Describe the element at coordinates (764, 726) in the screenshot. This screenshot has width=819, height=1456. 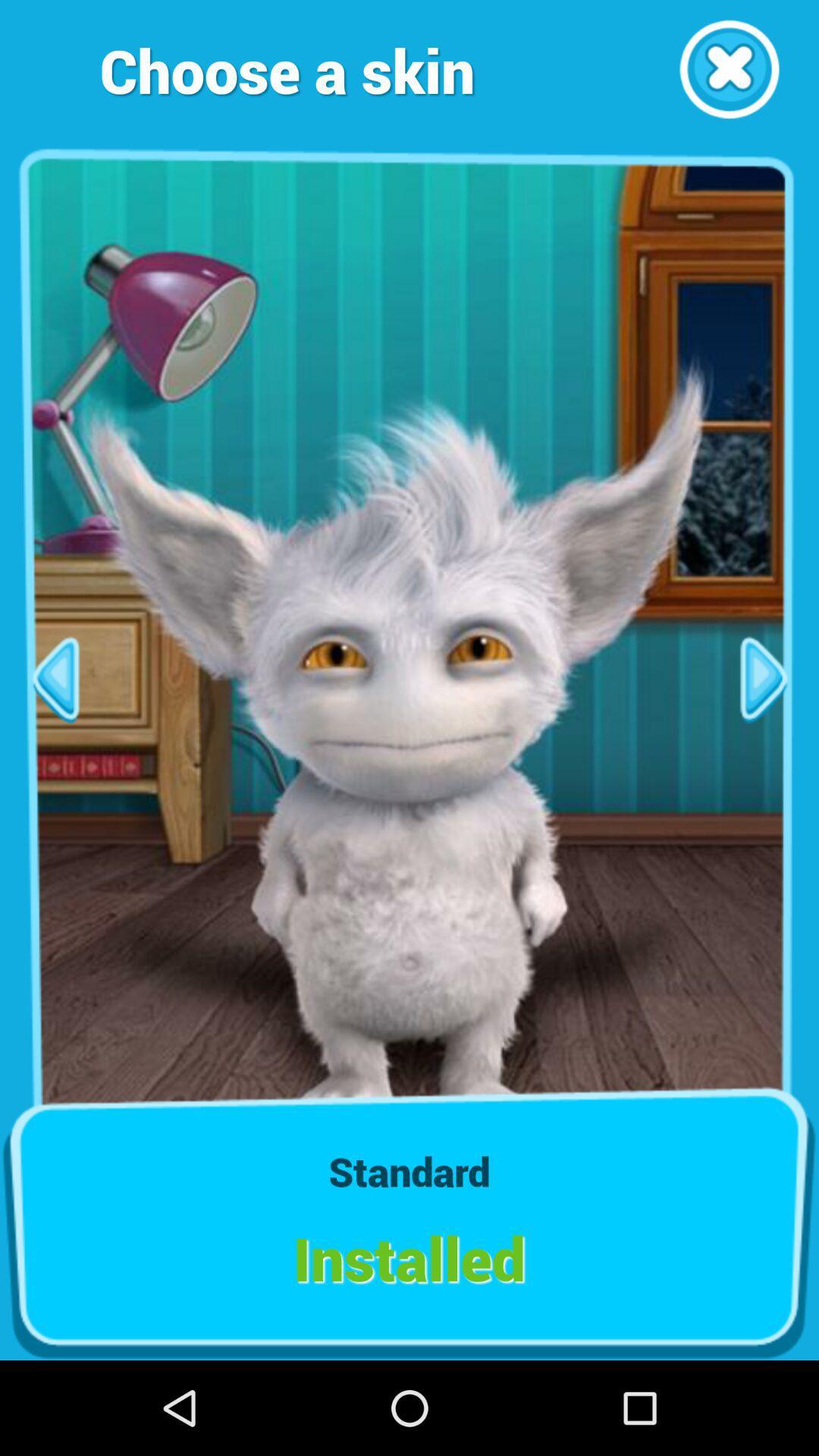
I see `the play icon` at that location.